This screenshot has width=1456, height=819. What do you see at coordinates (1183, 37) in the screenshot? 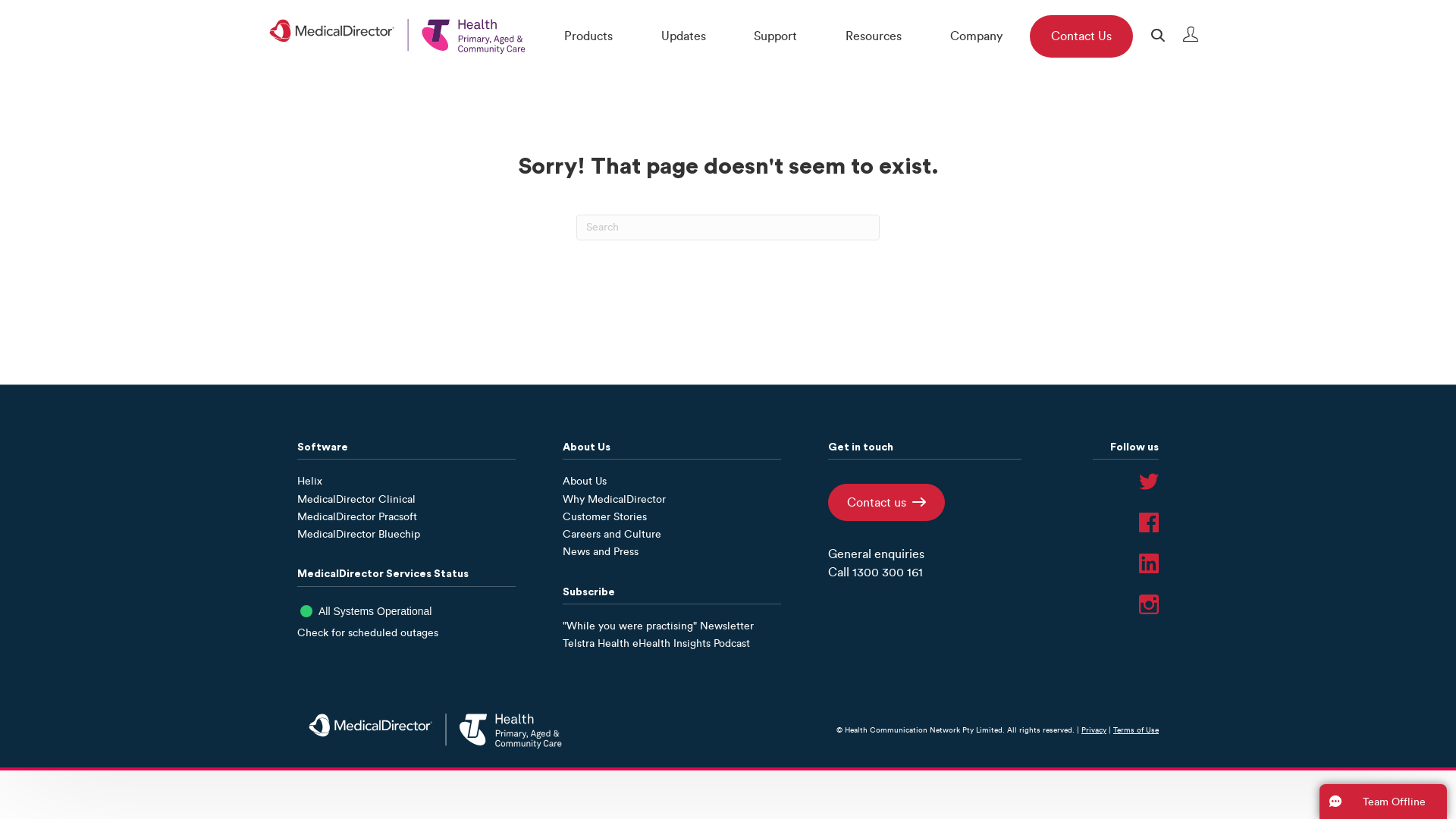
I see `'Account Login'` at bounding box center [1183, 37].